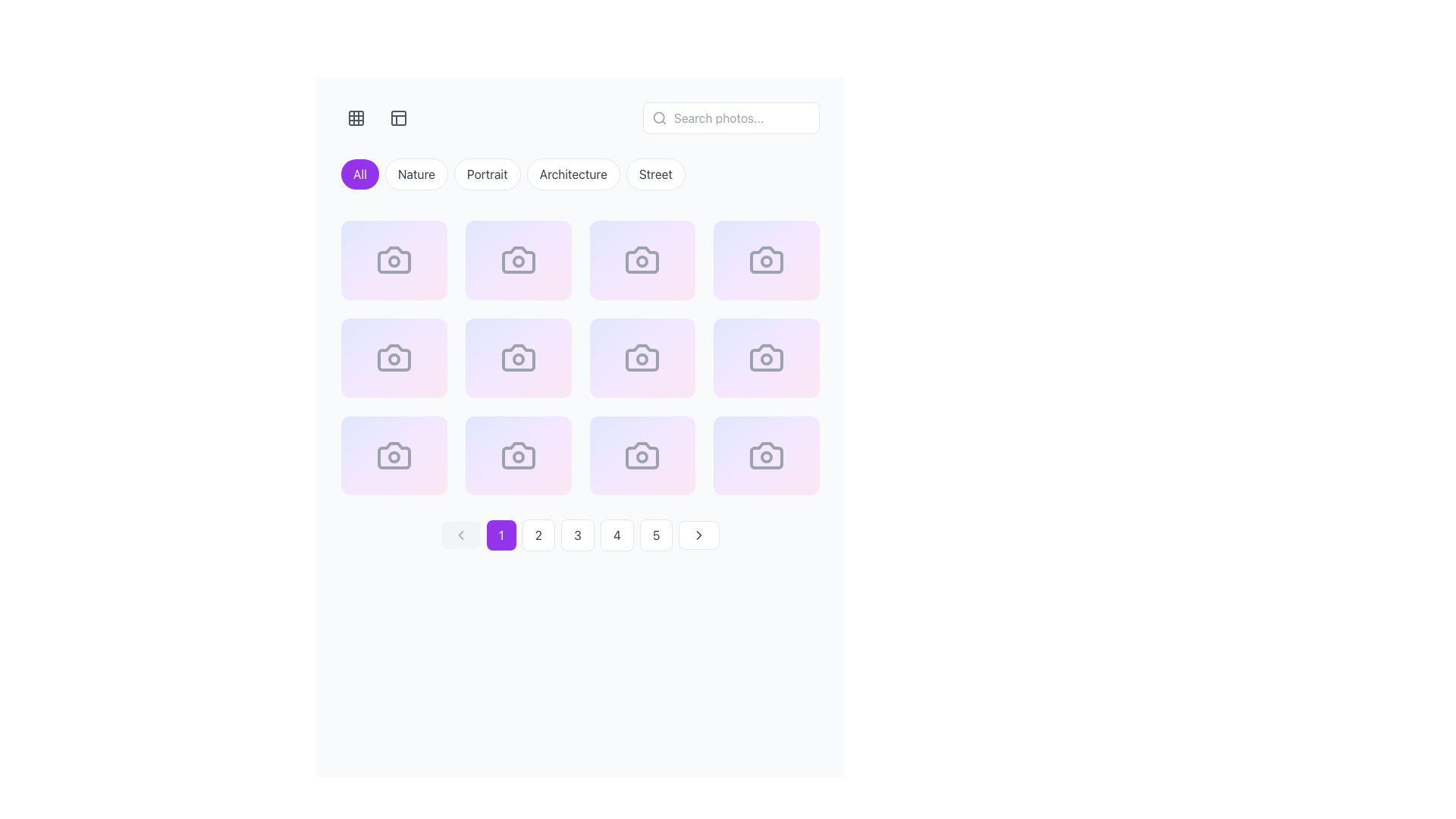 The image size is (1456, 819). I want to click on the last button in the row at the bottom-right corner of the interface, so click(808, 469).